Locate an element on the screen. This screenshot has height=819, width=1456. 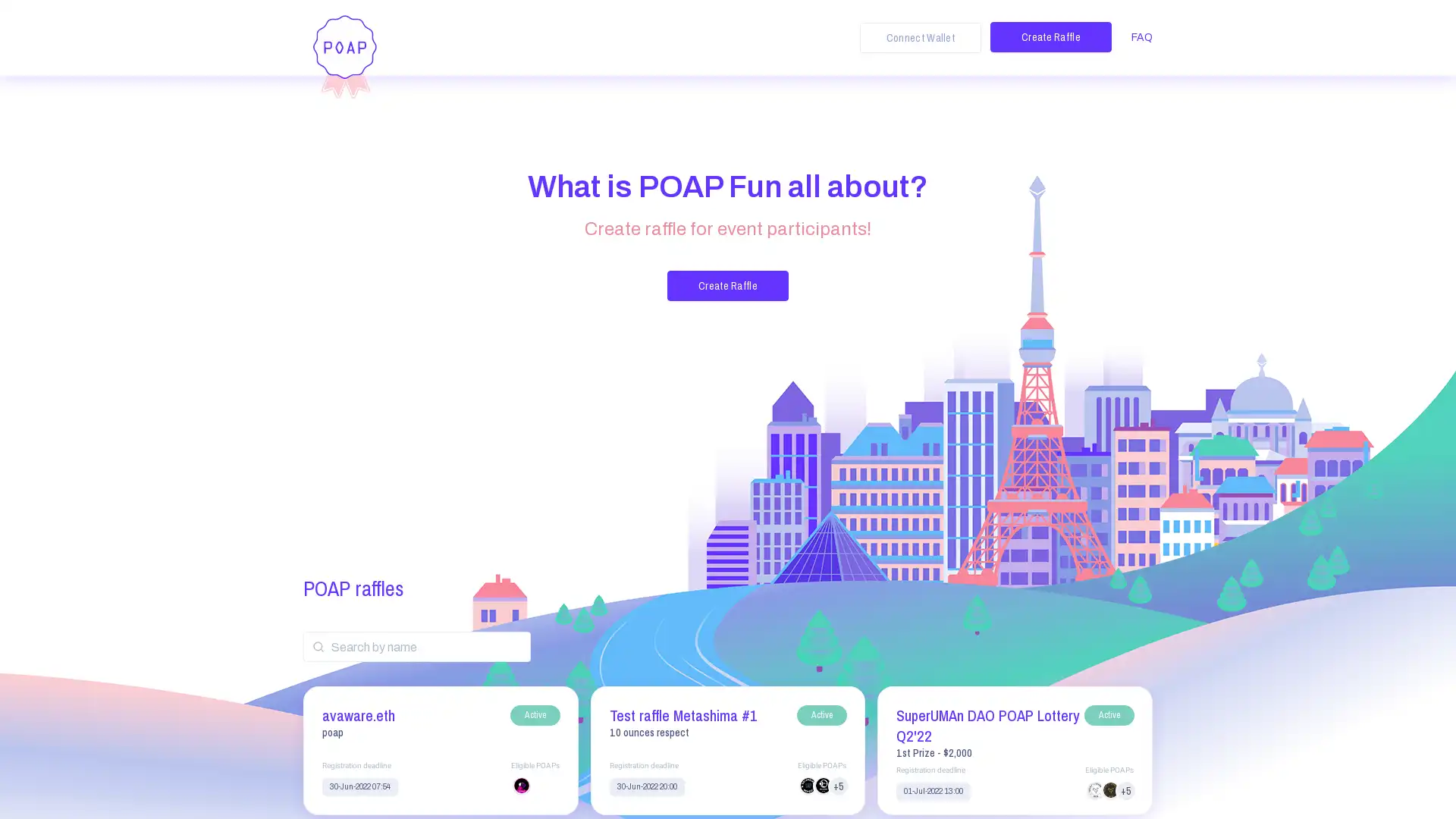
Create Raffle is located at coordinates (728, 286).